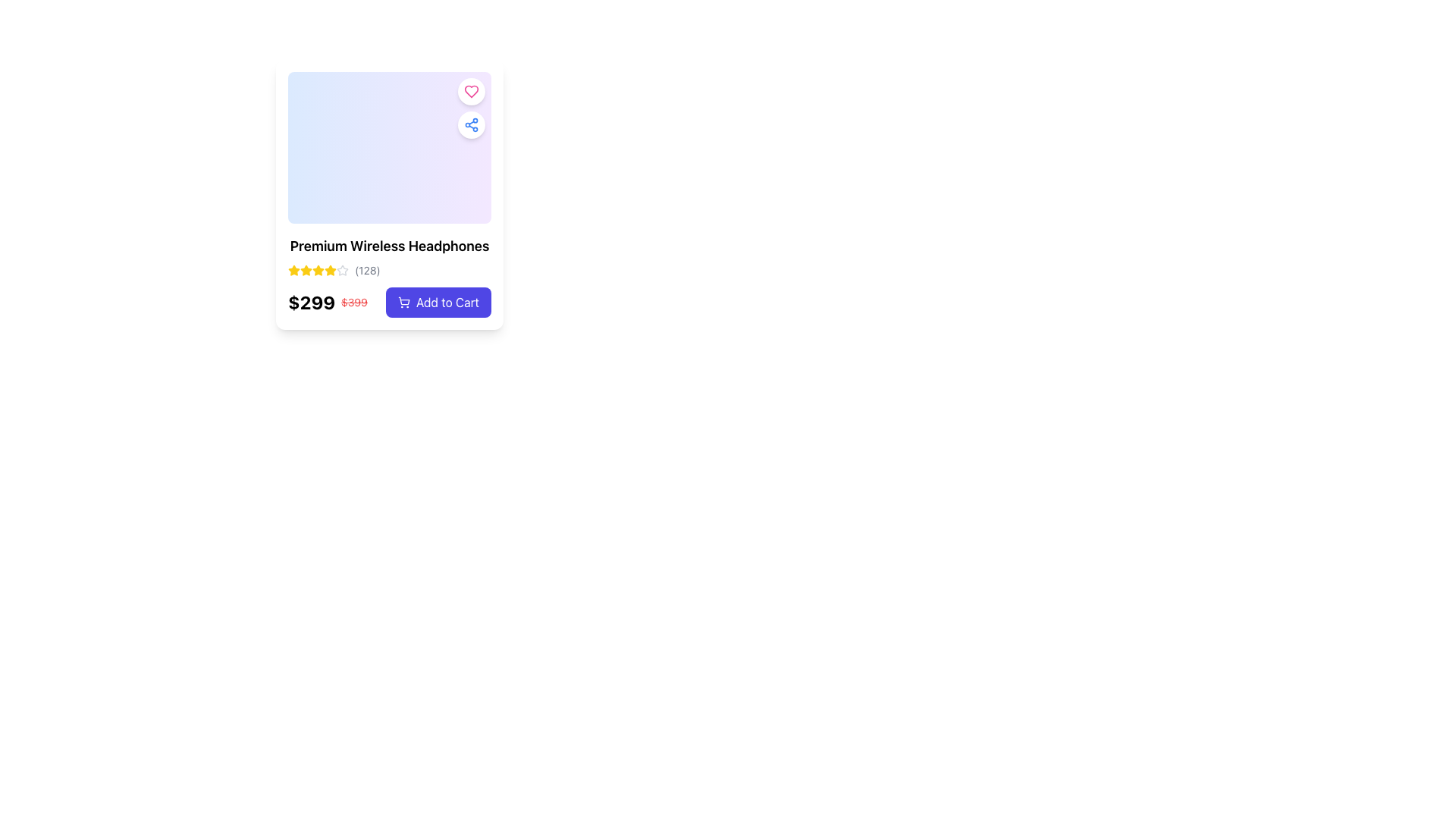  I want to click on the Text label that displays the count of reviews or ratings, located to the immediate right of the rating stars, so click(367, 270).